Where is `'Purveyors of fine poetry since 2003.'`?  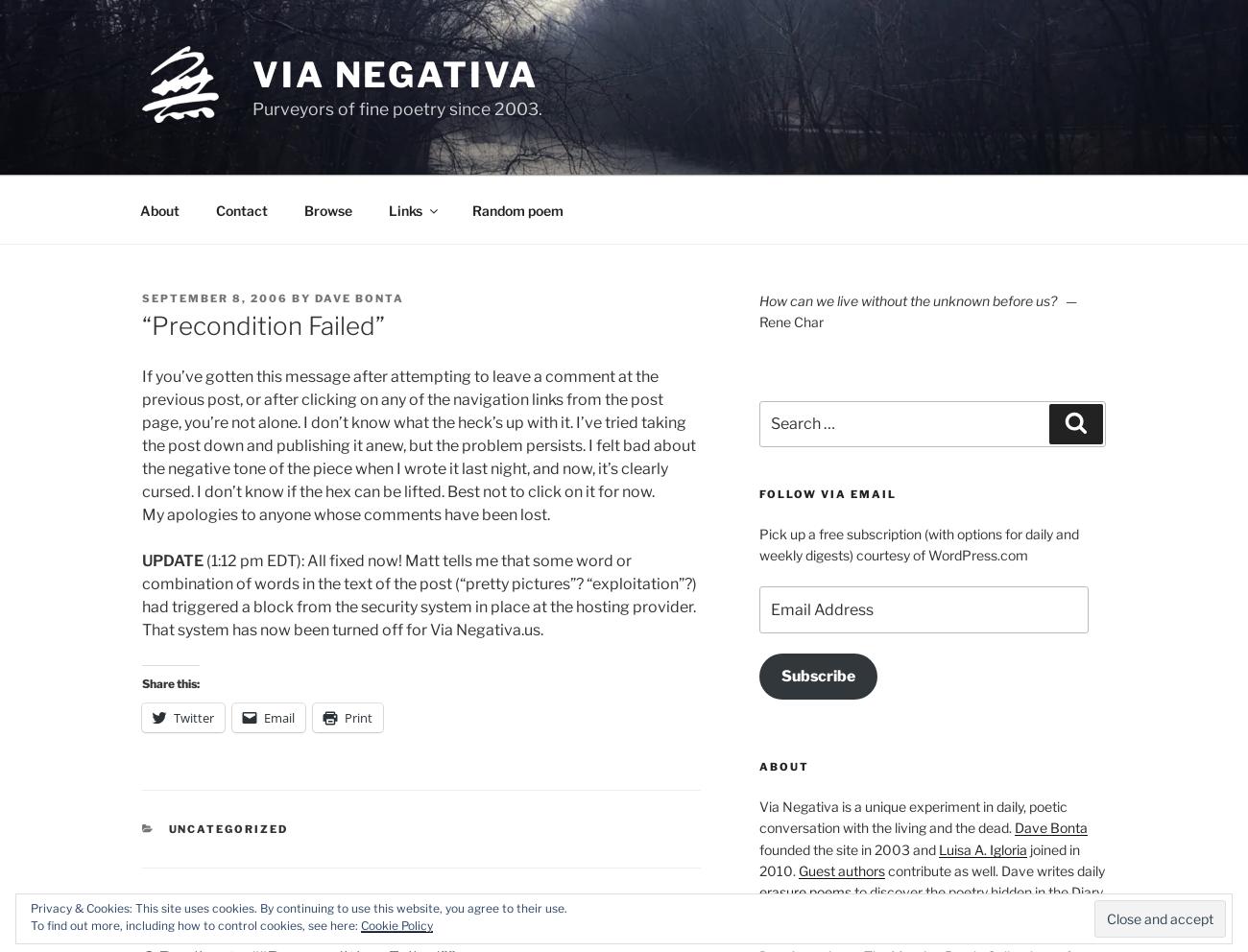
'Purveyors of fine poetry since 2003.' is located at coordinates (251, 107).